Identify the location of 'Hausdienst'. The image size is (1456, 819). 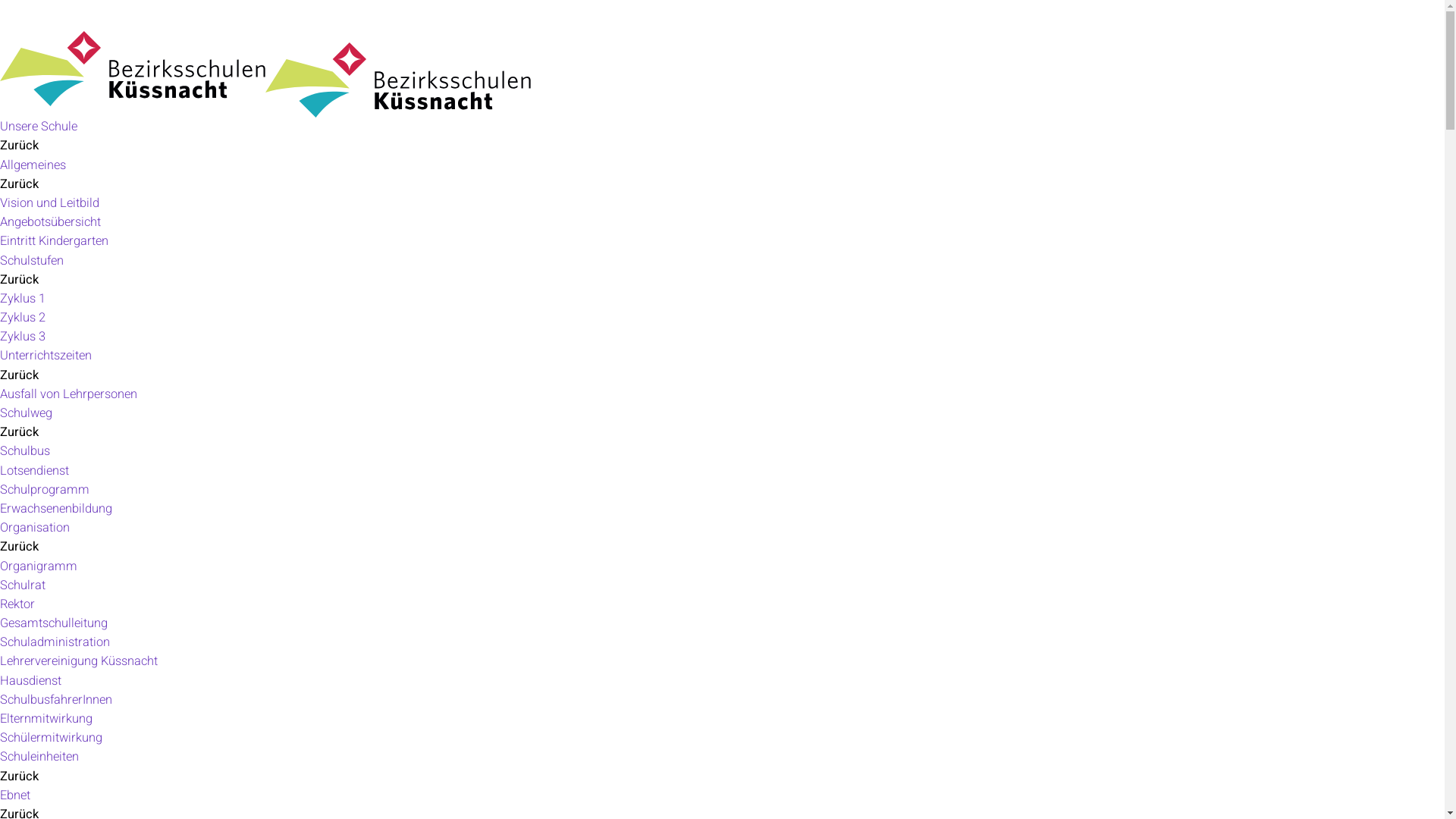
(0, 680).